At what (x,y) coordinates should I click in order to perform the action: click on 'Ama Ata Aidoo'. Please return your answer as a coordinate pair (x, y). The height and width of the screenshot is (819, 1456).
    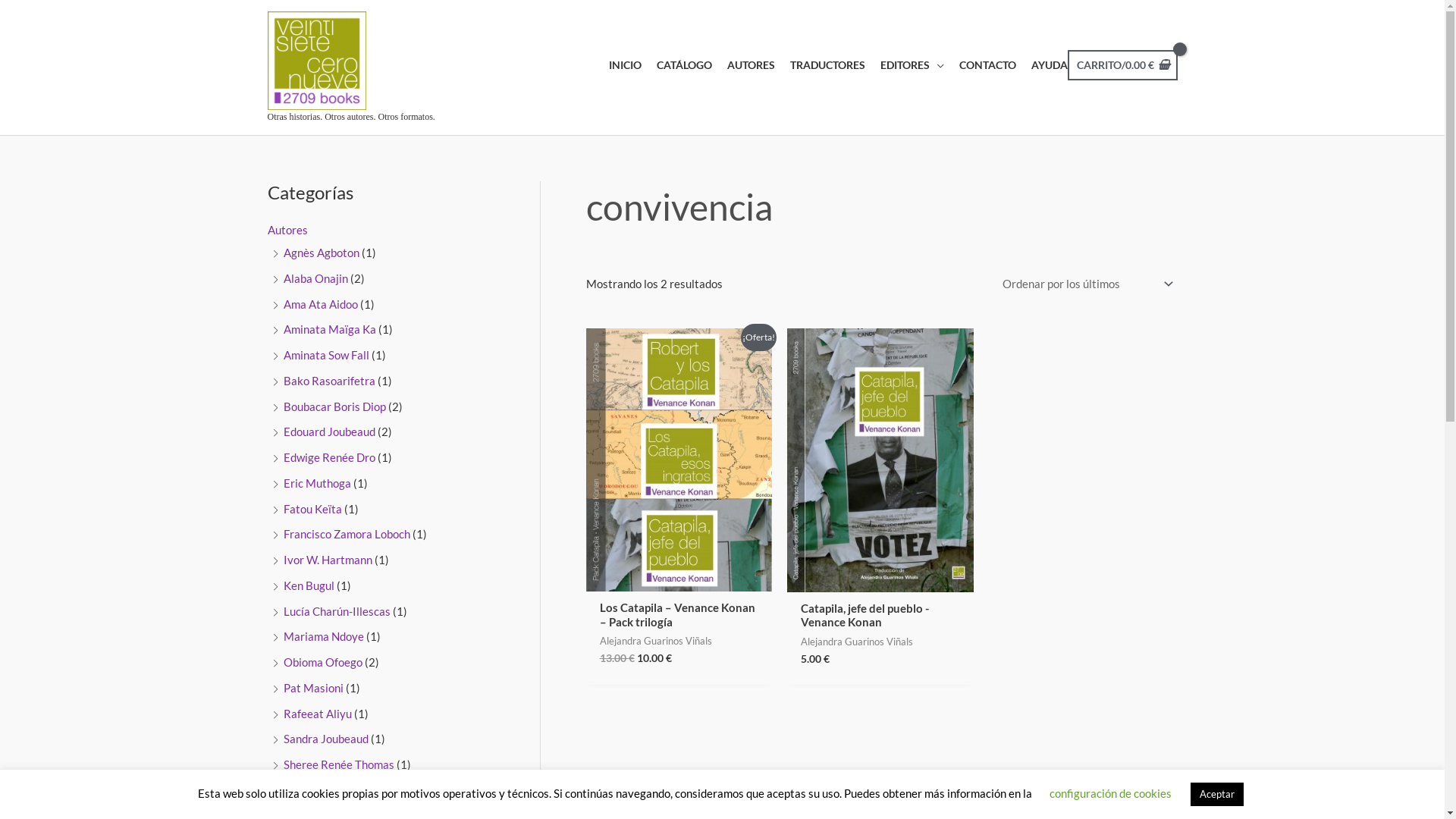
    Looking at the image, I should click on (319, 304).